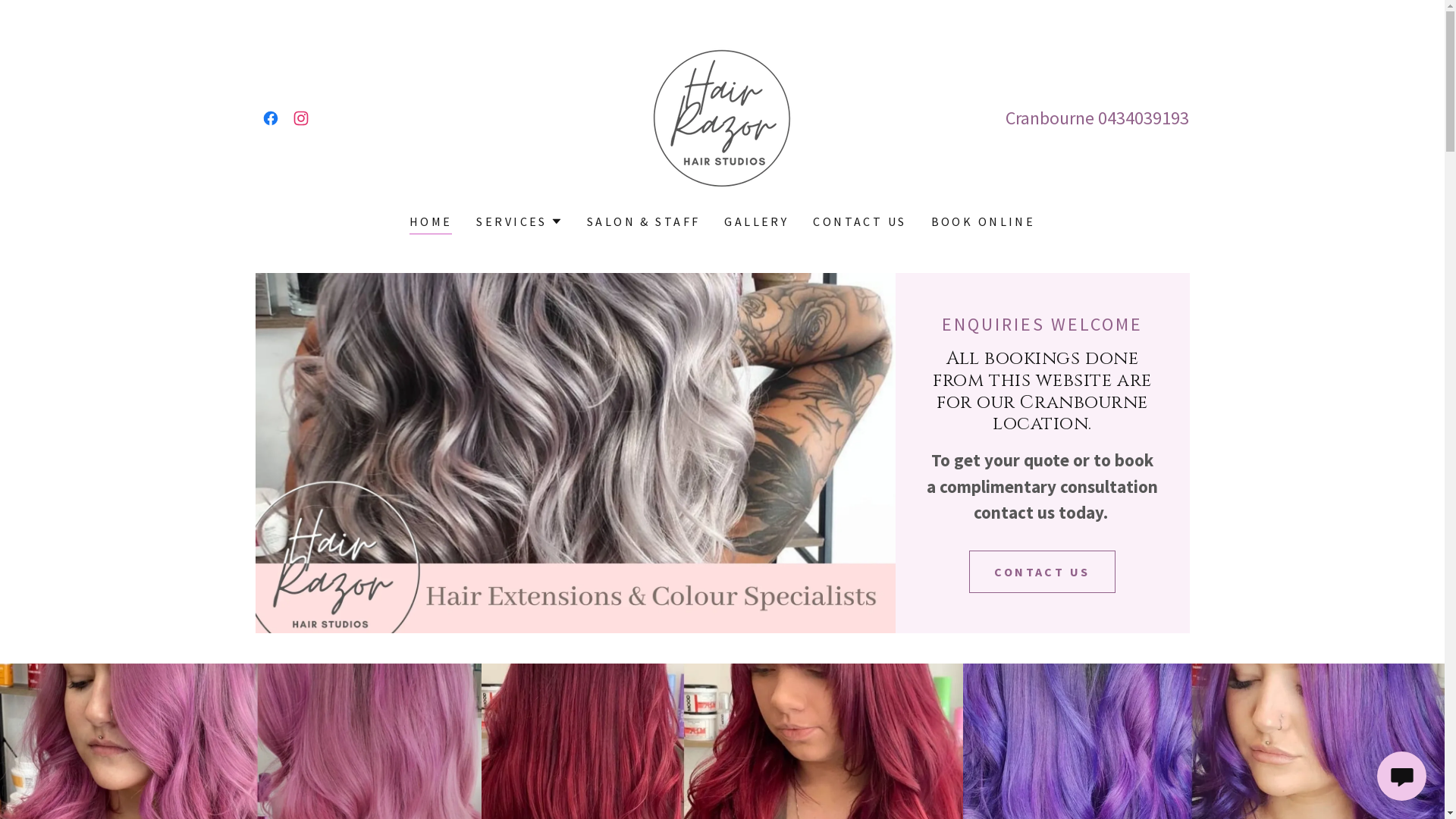  I want to click on '0434039193', so click(1143, 117).